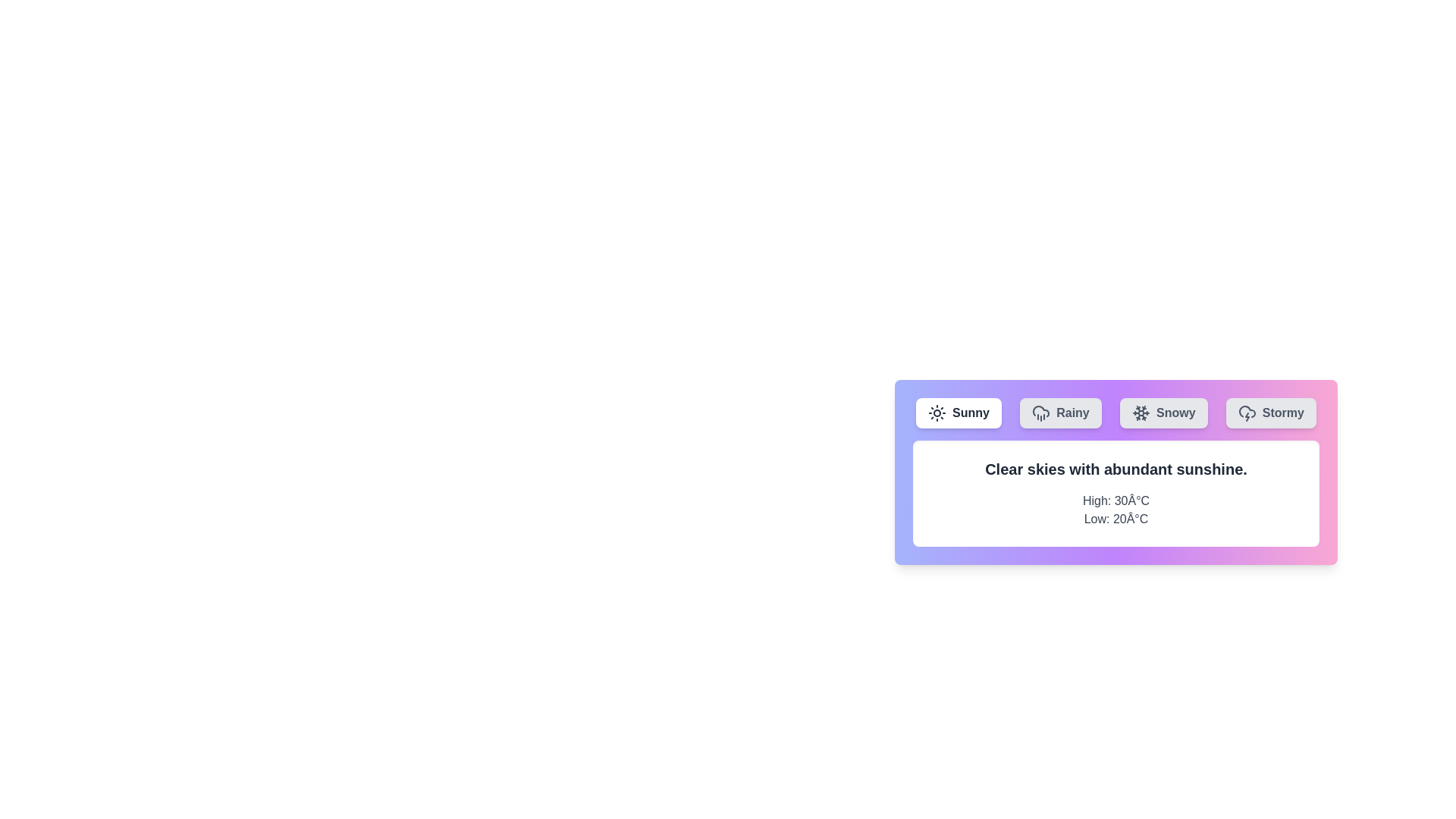 The height and width of the screenshot is (819, 1456). Describe the element at coordinates (1059, 413) in the screenshot. I see `the weather tab labeled Rainy` at that location.